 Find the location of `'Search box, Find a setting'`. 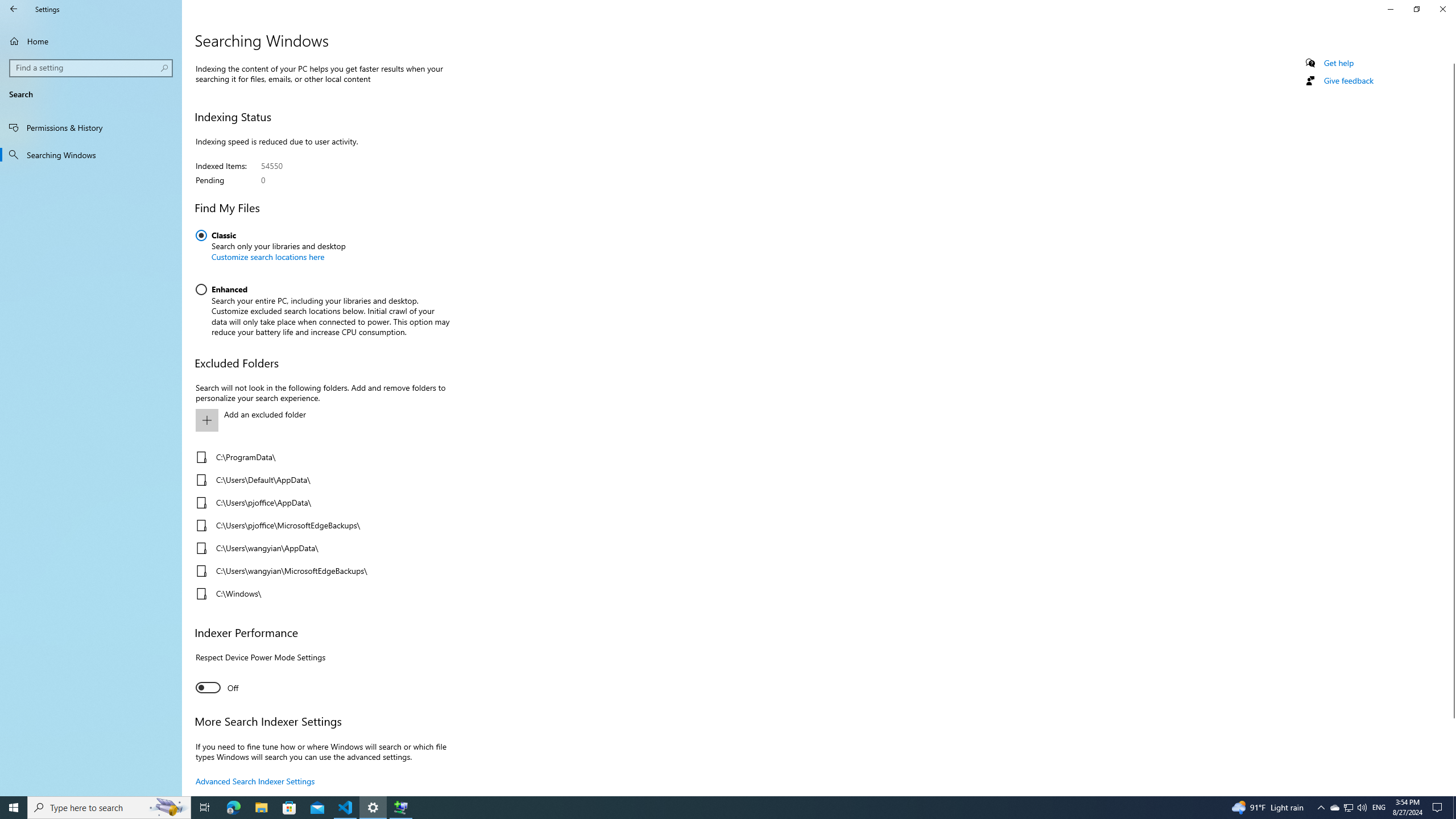

'Search box, Find a setting' is located at coordinates (91, 67).